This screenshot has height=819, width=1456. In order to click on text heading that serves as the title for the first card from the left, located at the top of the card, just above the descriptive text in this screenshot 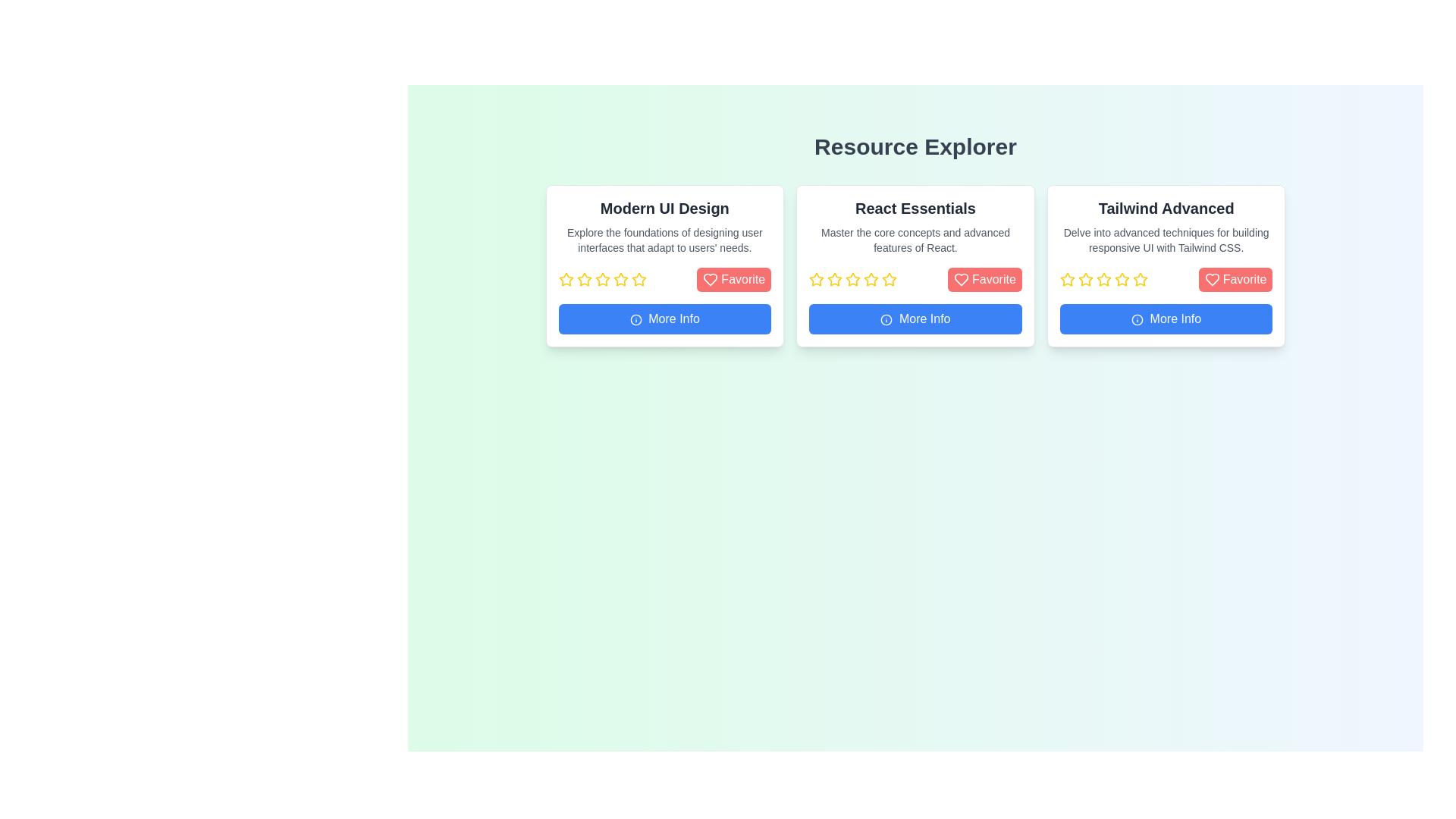, I will do `click(664, 208)`.